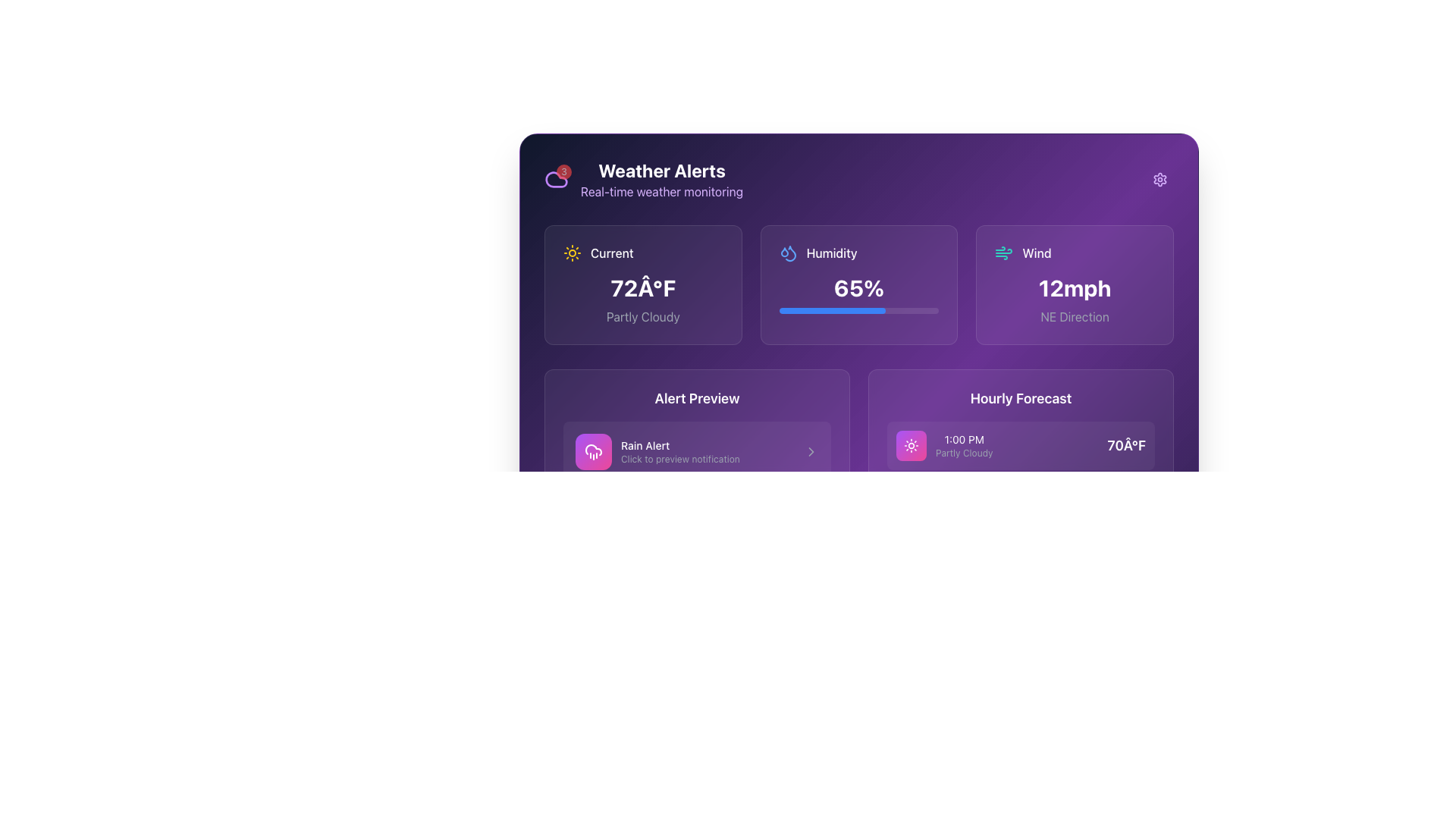  Describe the element at coordinates (963, 444) in the screenshot. I see `the text label displaying '1:00 PM' in white and 'Partly Cloudy' in a smaller font, located at the bottom-right of the 'Hourly Forecast' section, next to a sun icon and a temperature block` at that location.